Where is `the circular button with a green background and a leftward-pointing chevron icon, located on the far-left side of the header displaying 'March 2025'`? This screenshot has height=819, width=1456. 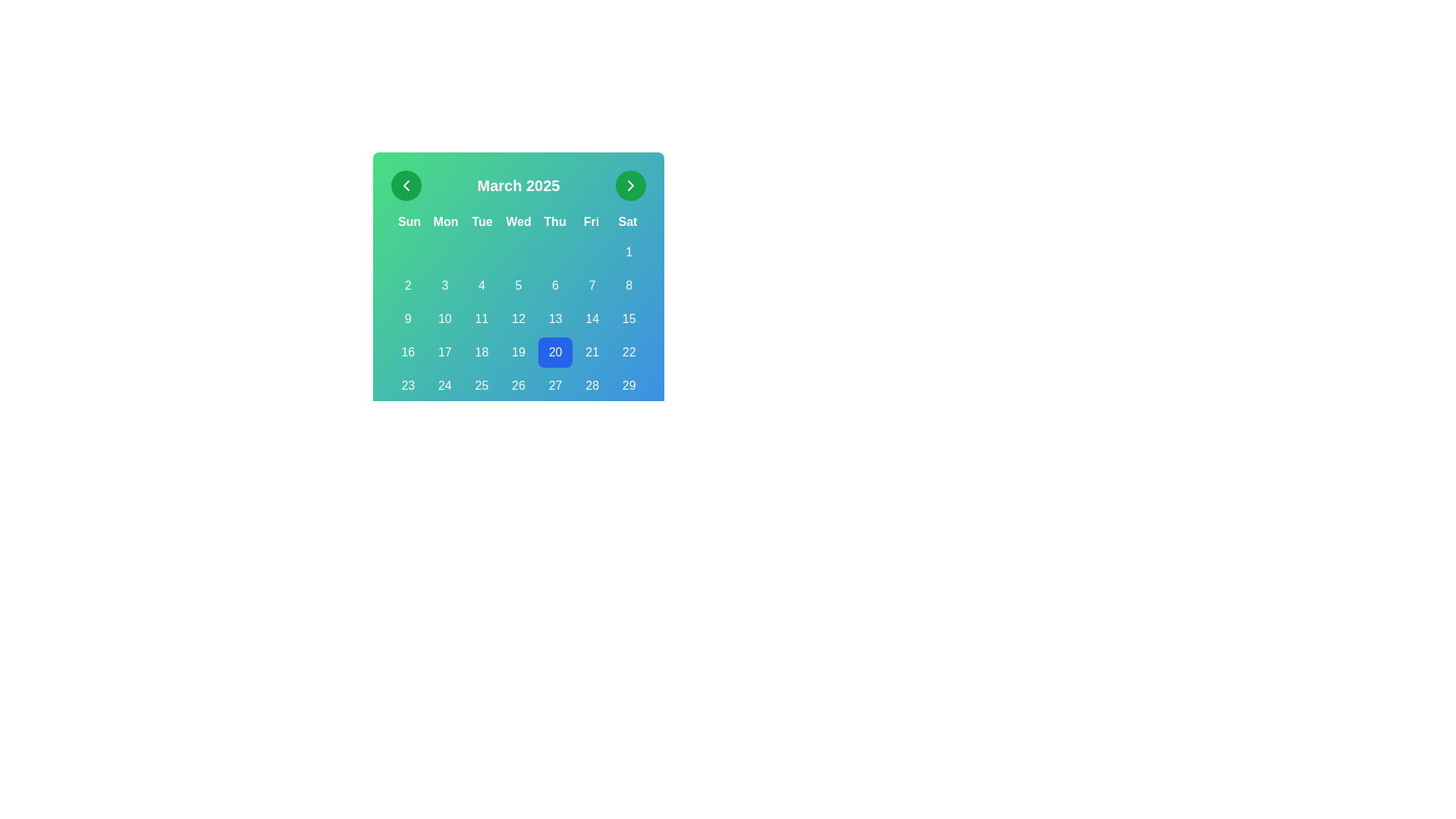 the circular button with a green background and a leftward-pointing chevron icon, located on the far-left side of the header displaying 'March 2025' is located at coordinates (406, 185).